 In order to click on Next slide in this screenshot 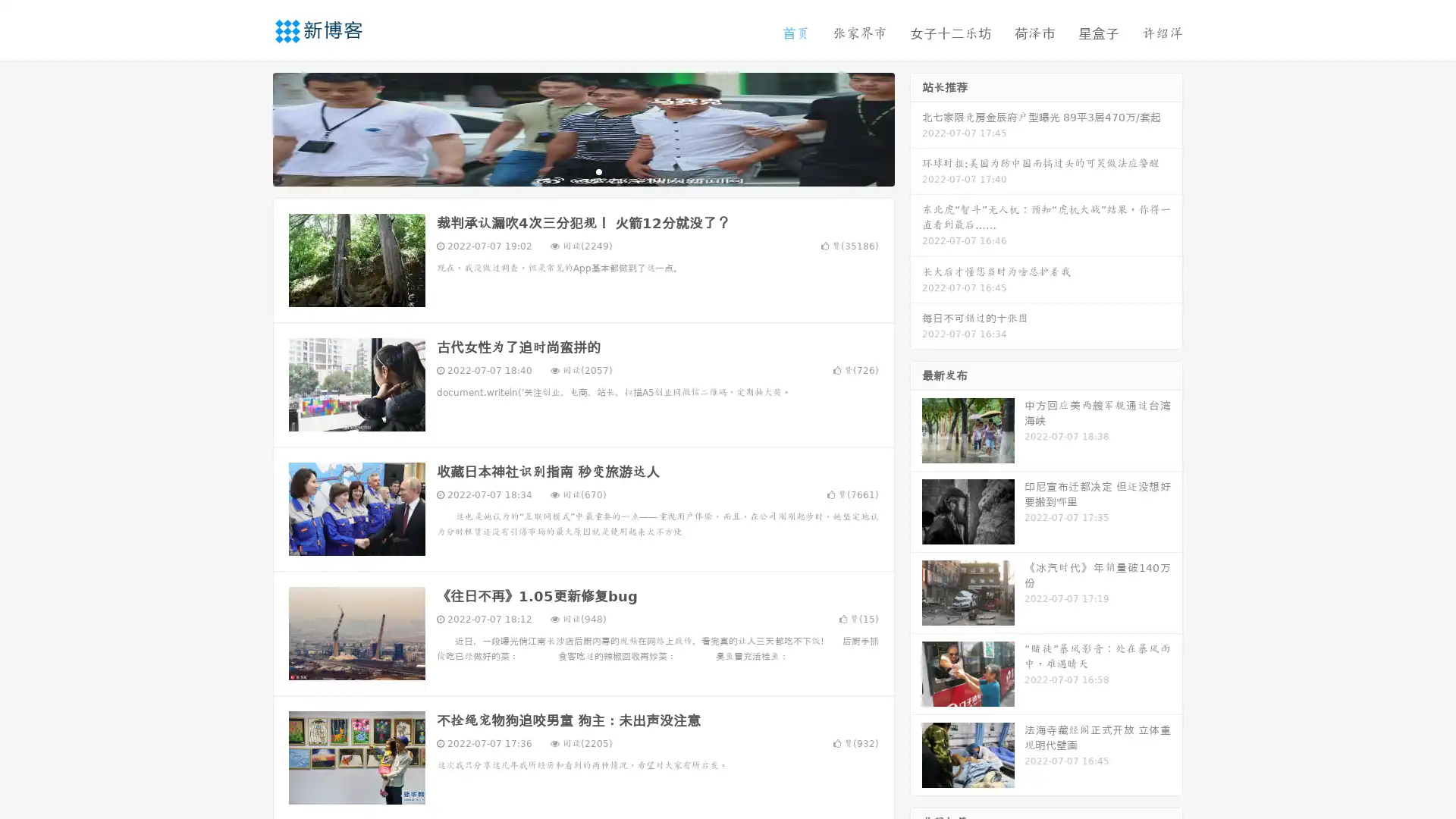, I will do `click(916, 127)`.